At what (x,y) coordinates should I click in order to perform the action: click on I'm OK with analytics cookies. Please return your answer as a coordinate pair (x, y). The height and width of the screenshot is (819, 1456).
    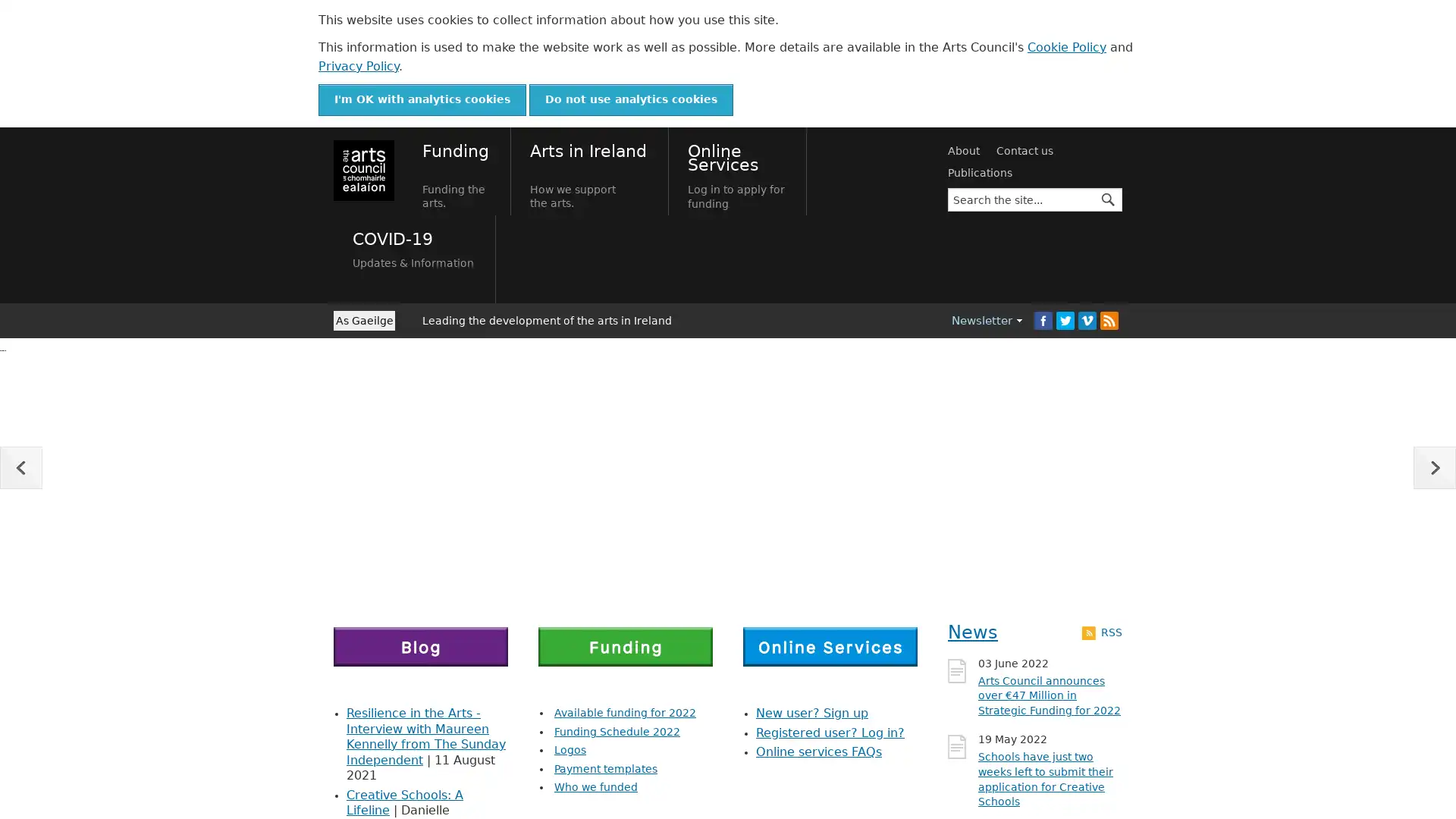
    Looking at the image, I should click on (422, 99).